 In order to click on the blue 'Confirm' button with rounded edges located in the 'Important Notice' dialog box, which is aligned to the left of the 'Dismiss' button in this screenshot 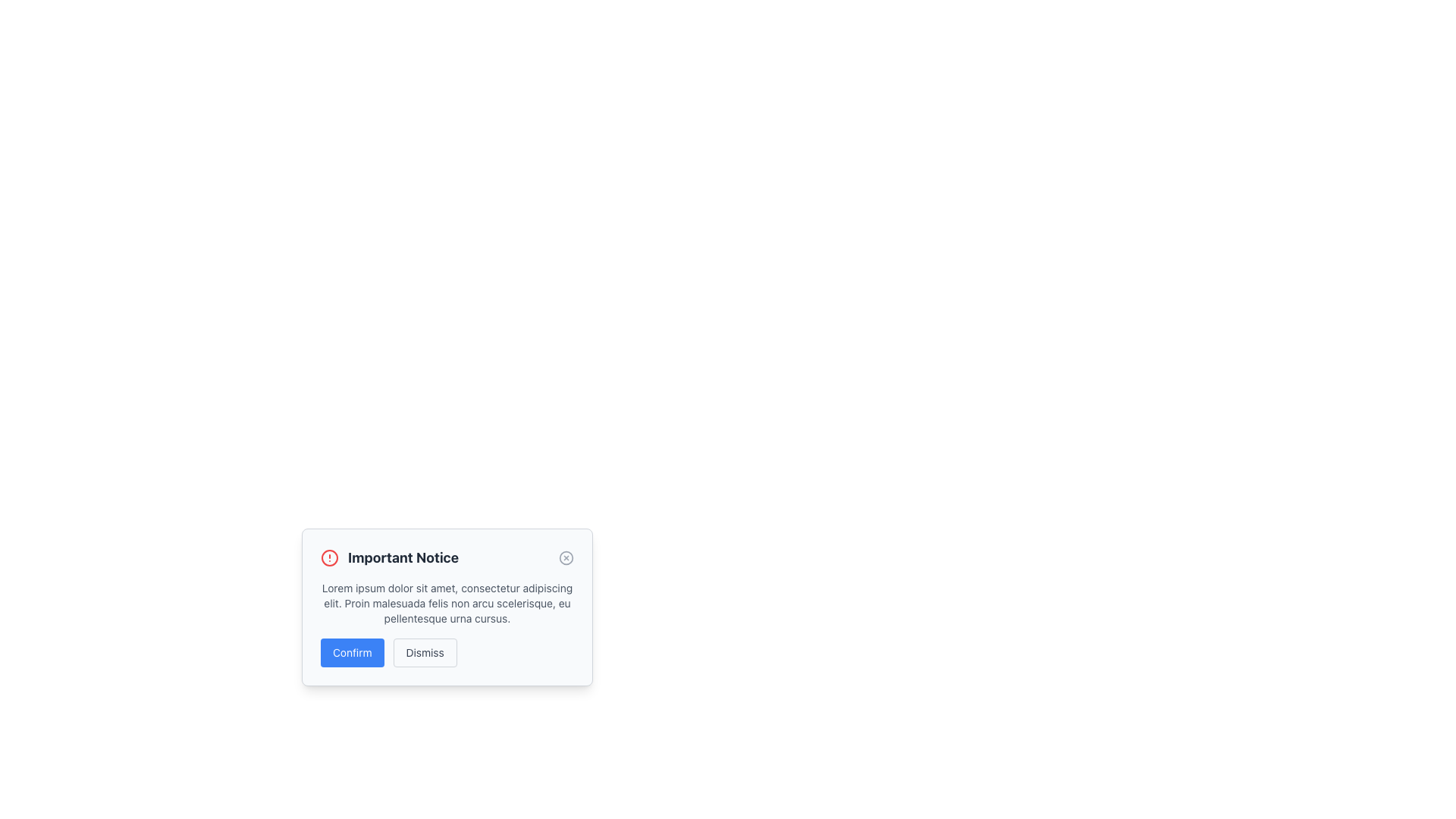, I will do `click(351, 651)`.